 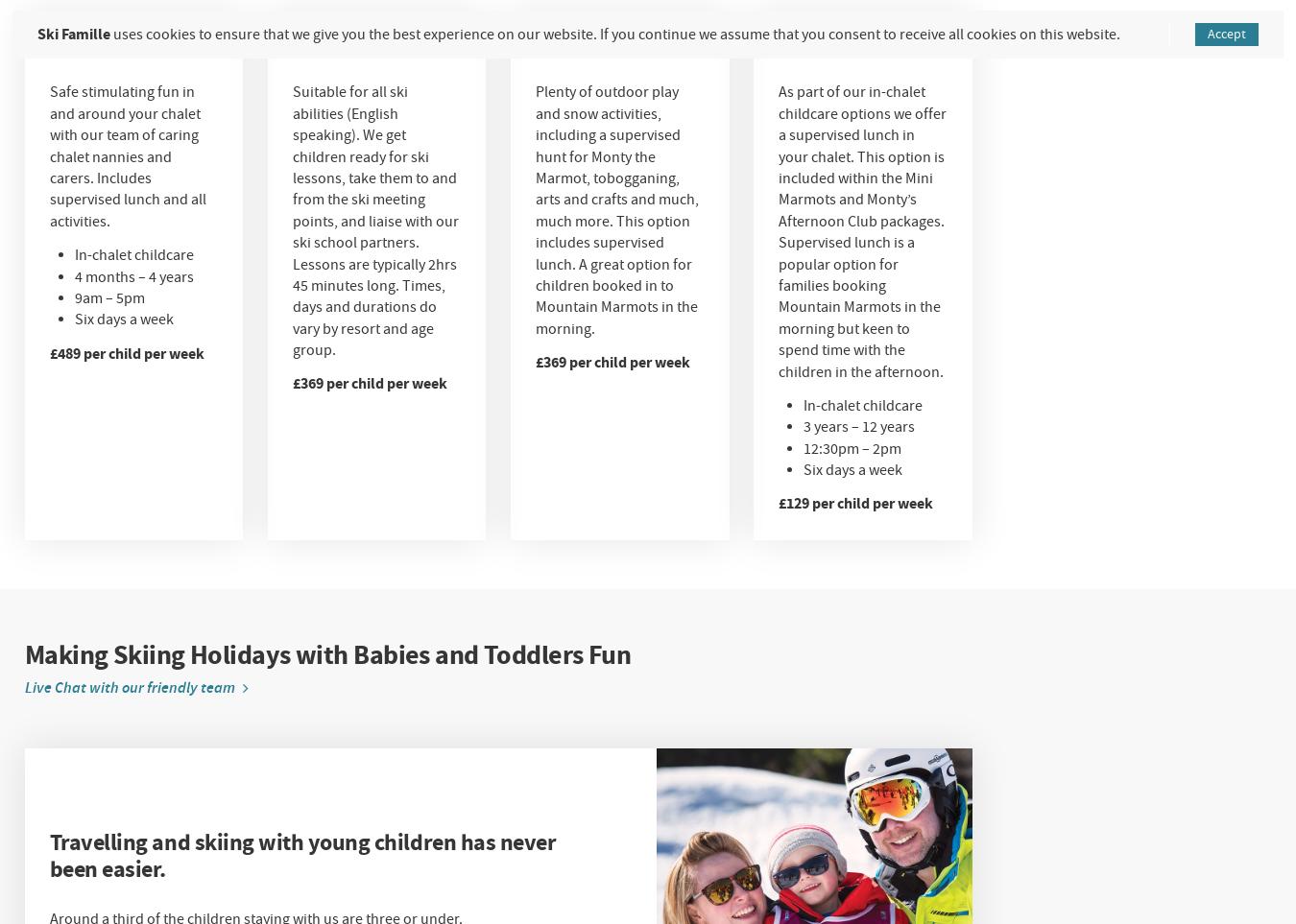 What do you see at coordinates (300, 854) in the screenshot?
I see `'Travelling and skiing with young children has never been easier.'` at bounding box center [300, 854].